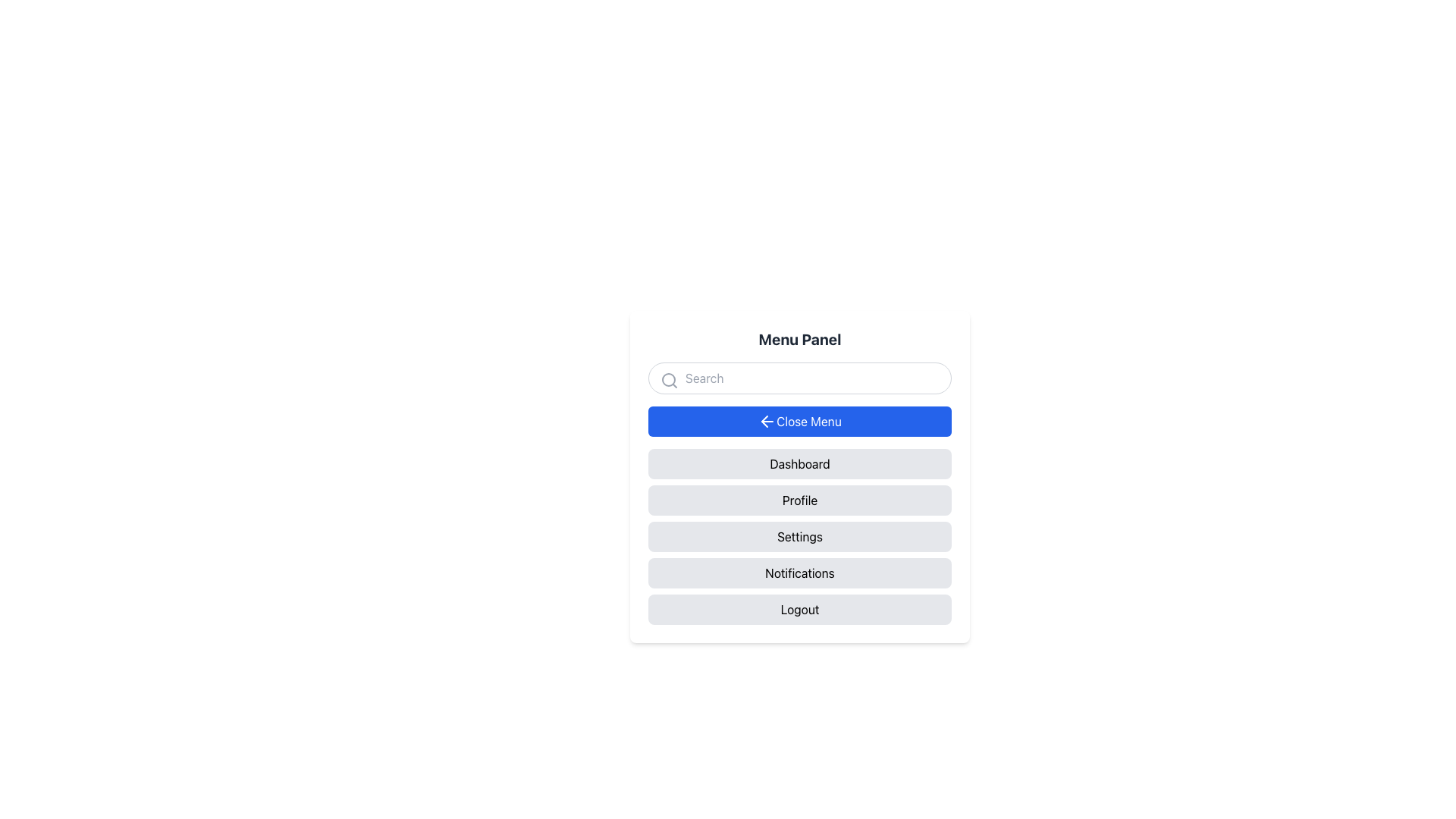 The height and width of the screenshot is (819, 1456). I want to click on the search input field located below the 'Menu Panel' title, so click(799, 377).